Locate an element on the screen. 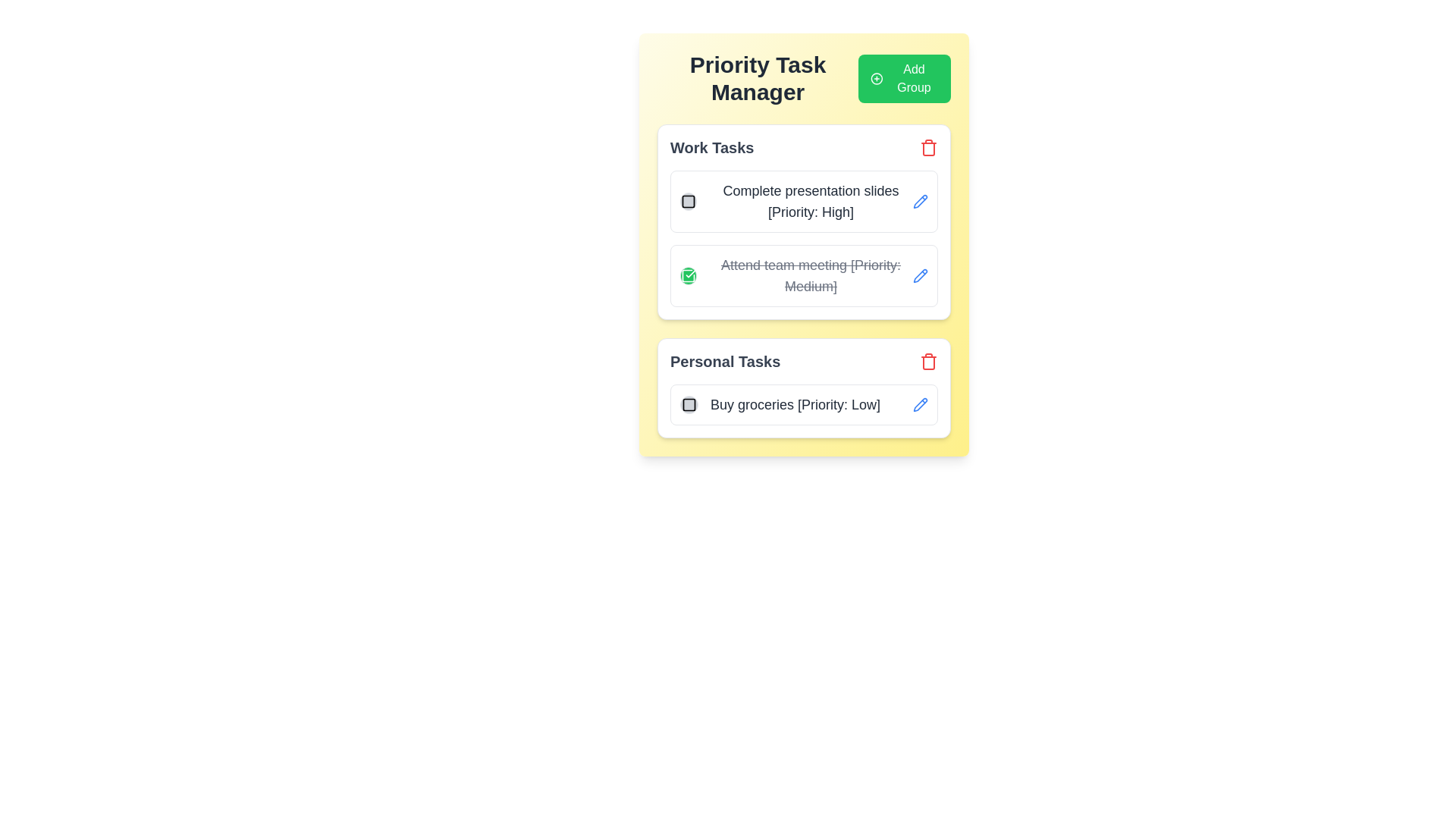 This screenshot has width=1456, height=819. the text label that reads 'Buy groceries [Priority: Low]' located in the 'Personal Tasks' section of the 'Priority Task Manager' interface is located at coordinates (795, 403).